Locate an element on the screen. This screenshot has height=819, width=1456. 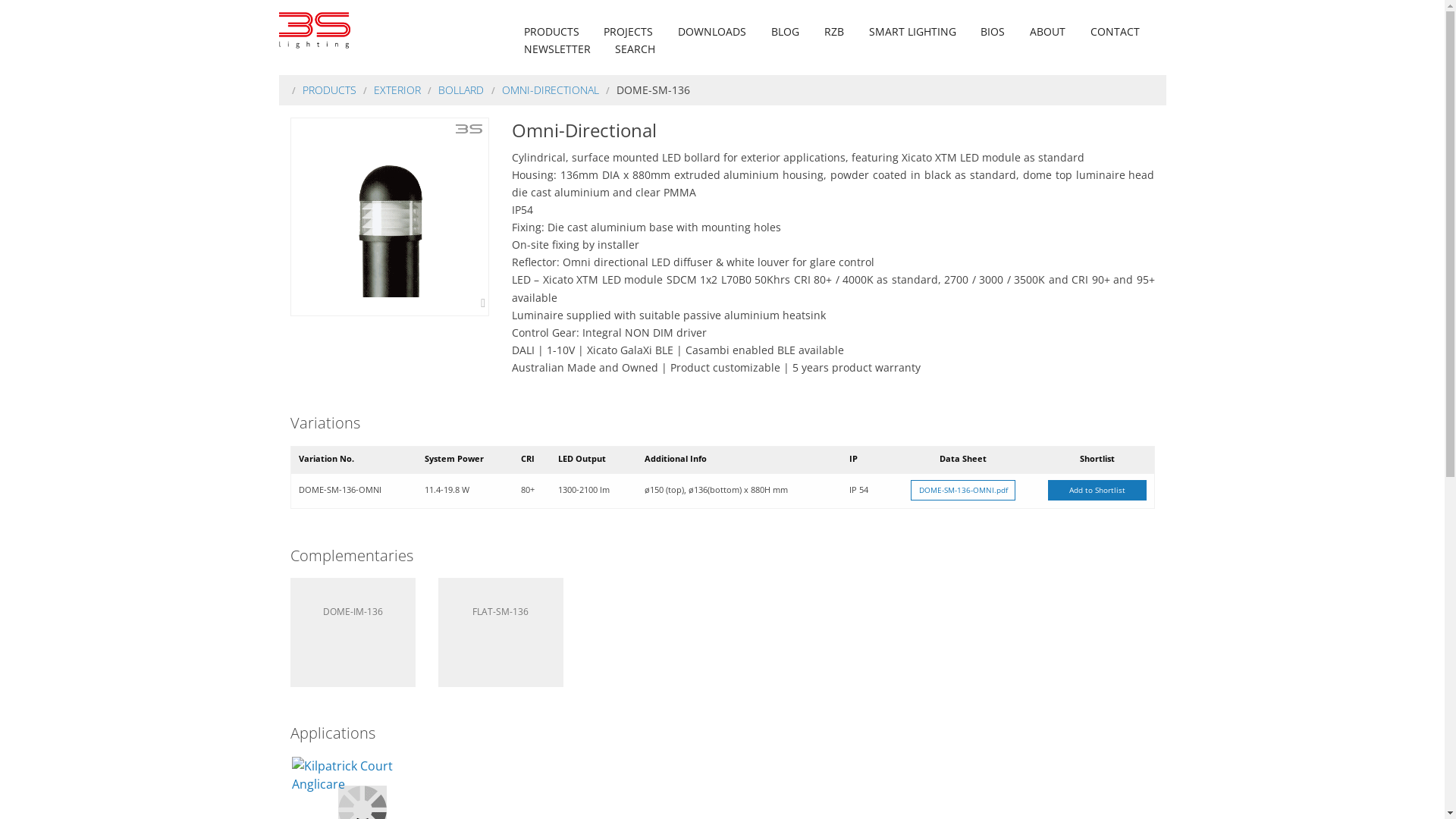
'SEARCH' is located at coordinates (635, 48).